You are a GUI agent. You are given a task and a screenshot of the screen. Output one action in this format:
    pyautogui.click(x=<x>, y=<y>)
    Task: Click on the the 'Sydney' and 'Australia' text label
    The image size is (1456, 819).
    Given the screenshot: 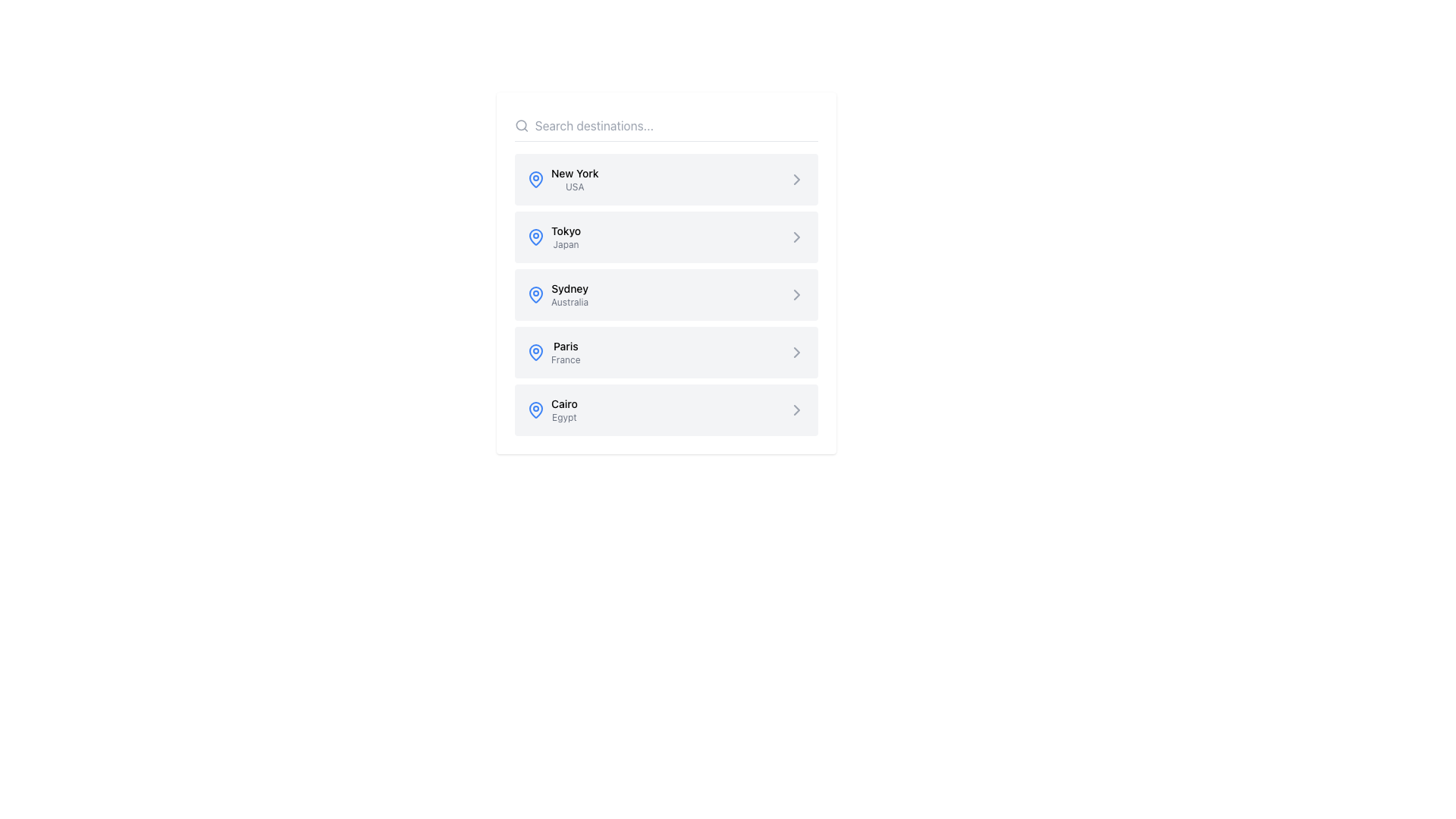 What is the action you would take?
    pyautogui.click(x=569, y=295)
    